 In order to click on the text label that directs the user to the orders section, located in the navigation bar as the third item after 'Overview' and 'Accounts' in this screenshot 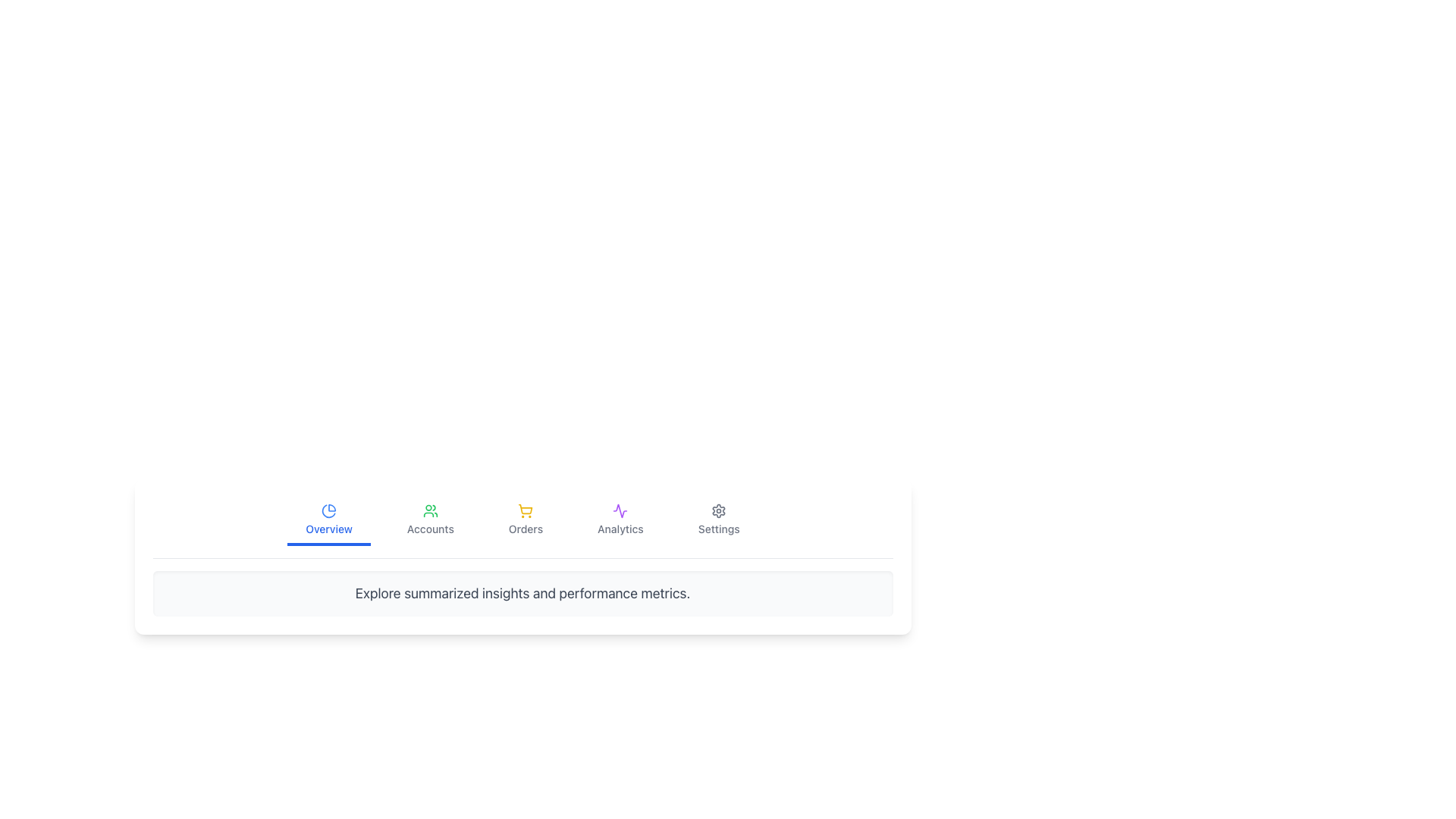, I will do `click(526, 529)`.